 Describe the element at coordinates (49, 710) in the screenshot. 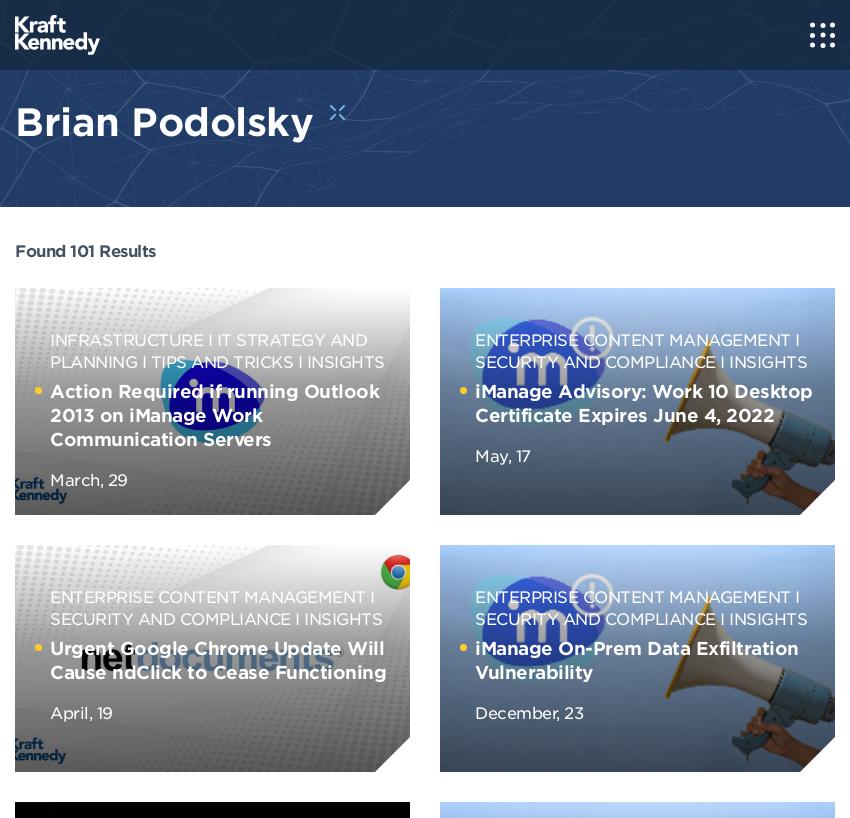

I see `'April, 19'` at that location.